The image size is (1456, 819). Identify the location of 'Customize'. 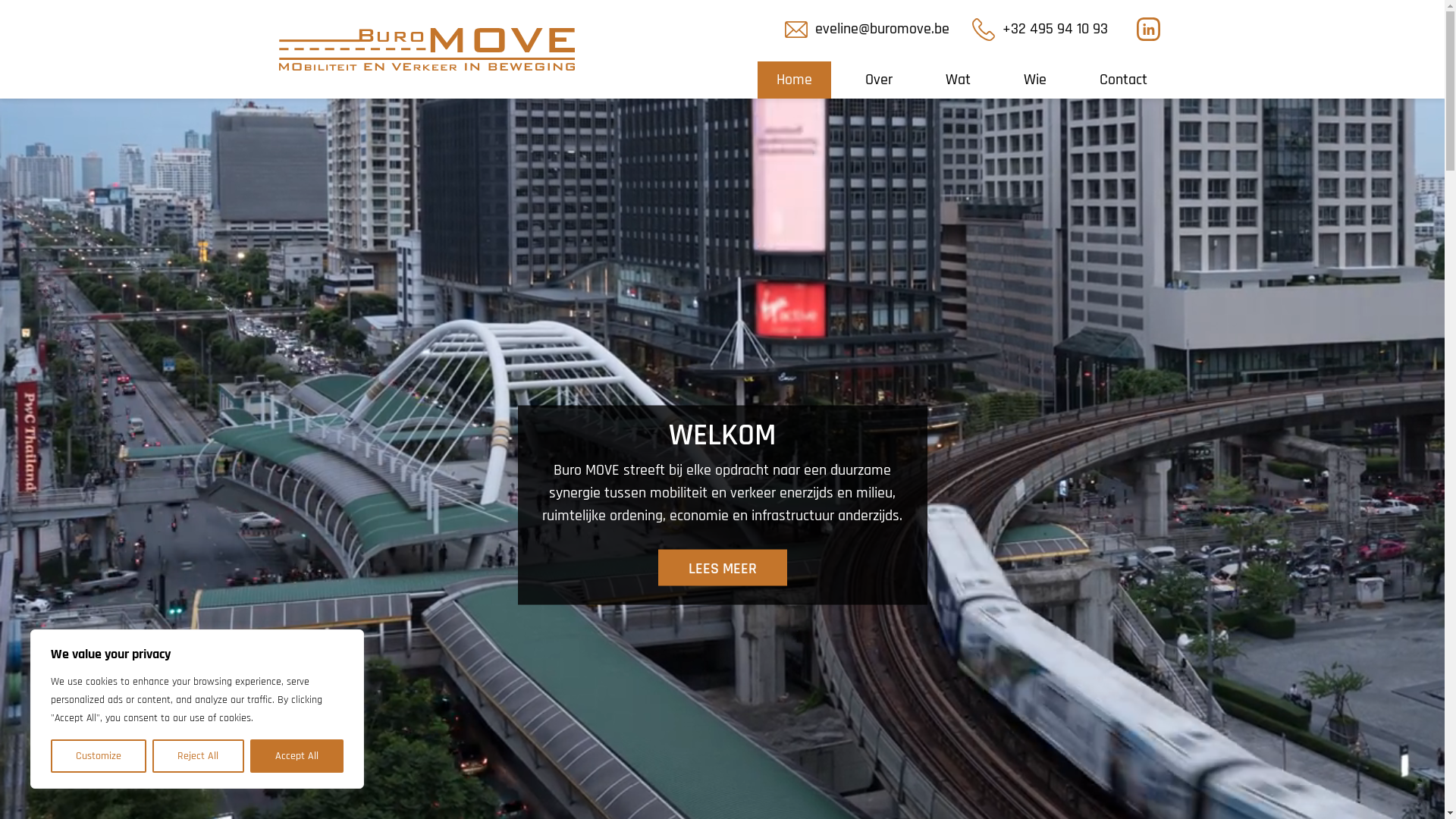
(97, 755).